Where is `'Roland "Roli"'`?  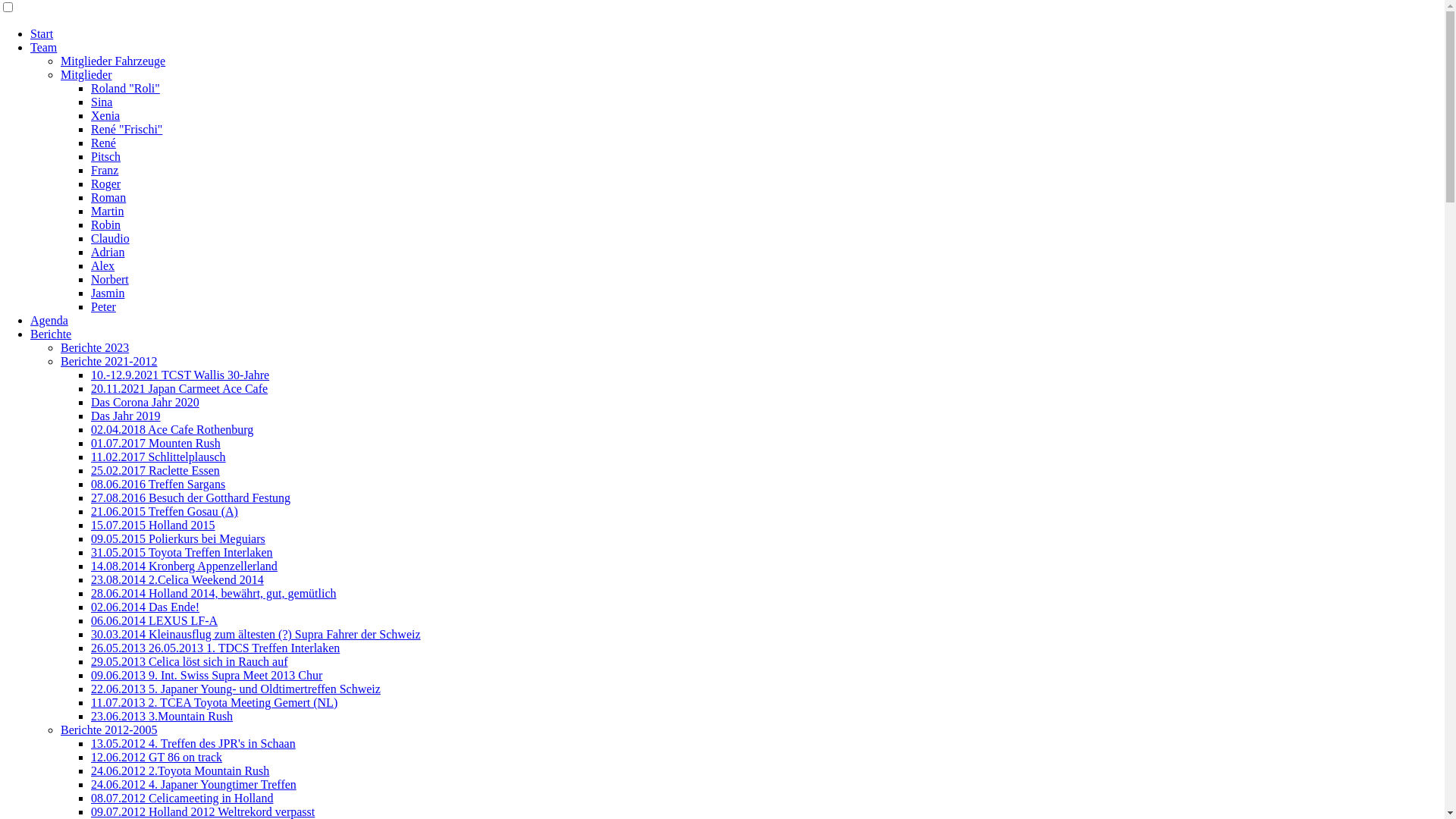 'Roland "Roli"' is located at coordinates (125, 88).